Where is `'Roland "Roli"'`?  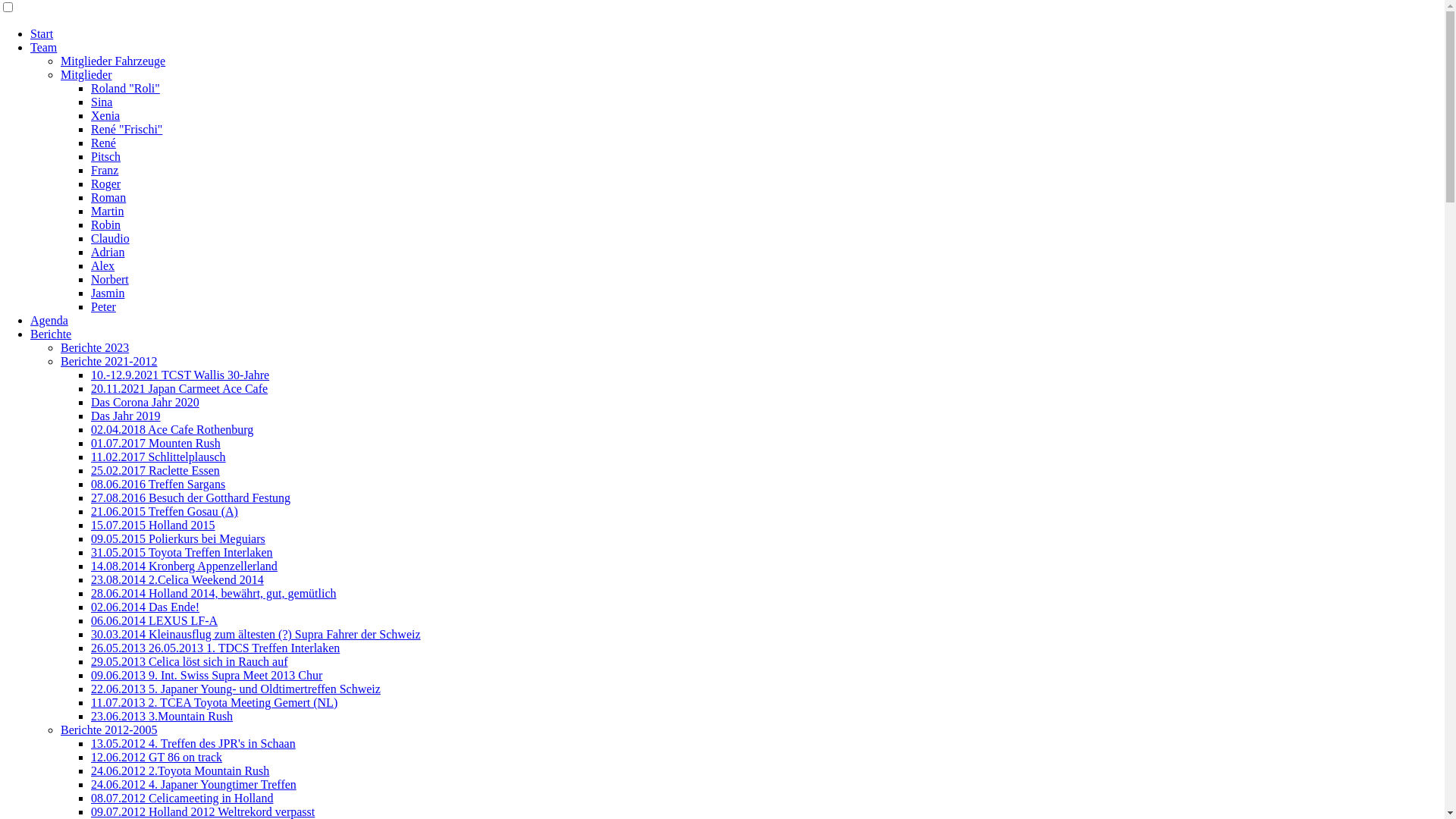 'Roland "Roli"' is located at coordinates (125, 88).